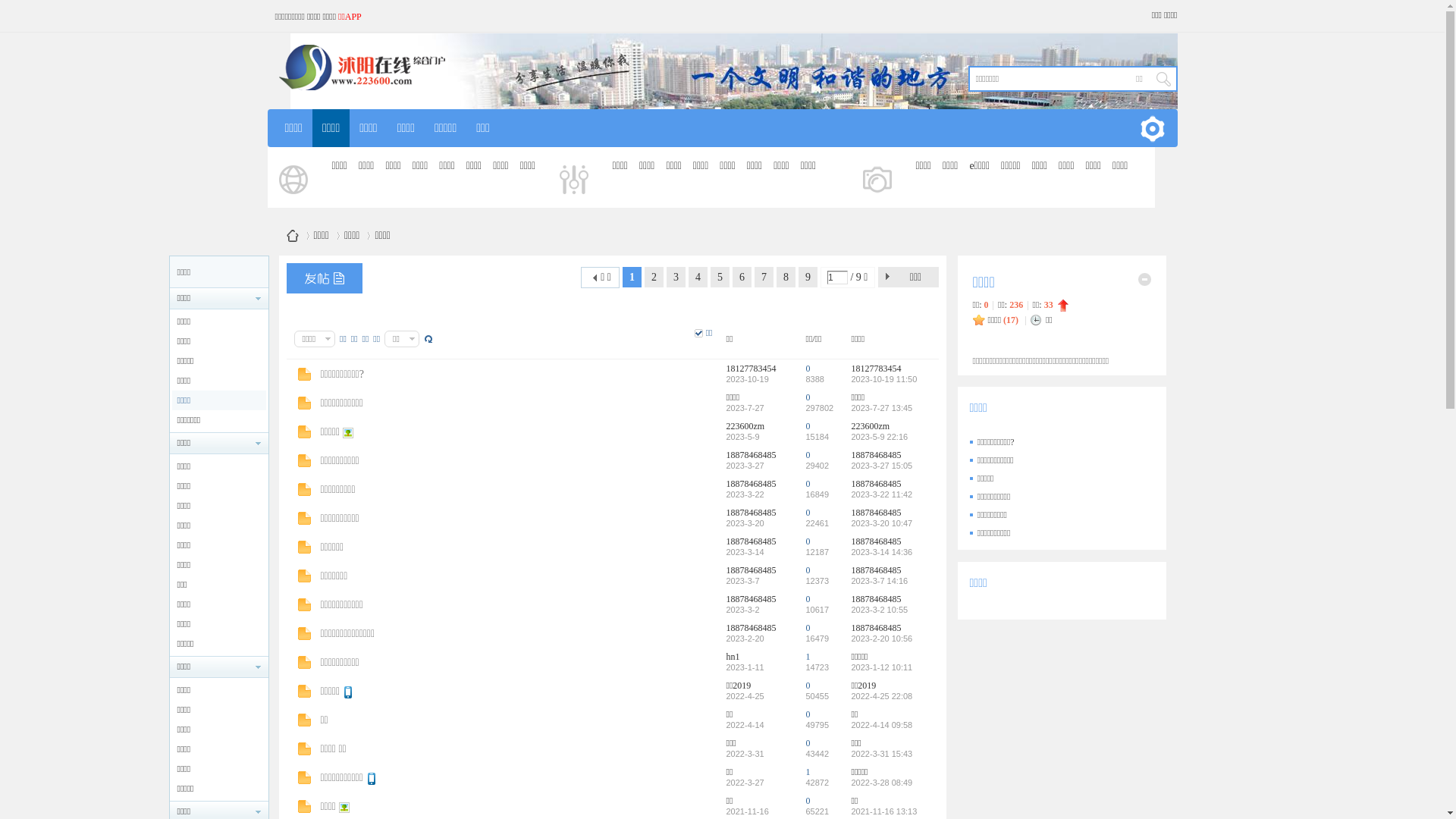 The height and width of the screenshot is (819, 1456). I want to click on '0', so click(807, 369).